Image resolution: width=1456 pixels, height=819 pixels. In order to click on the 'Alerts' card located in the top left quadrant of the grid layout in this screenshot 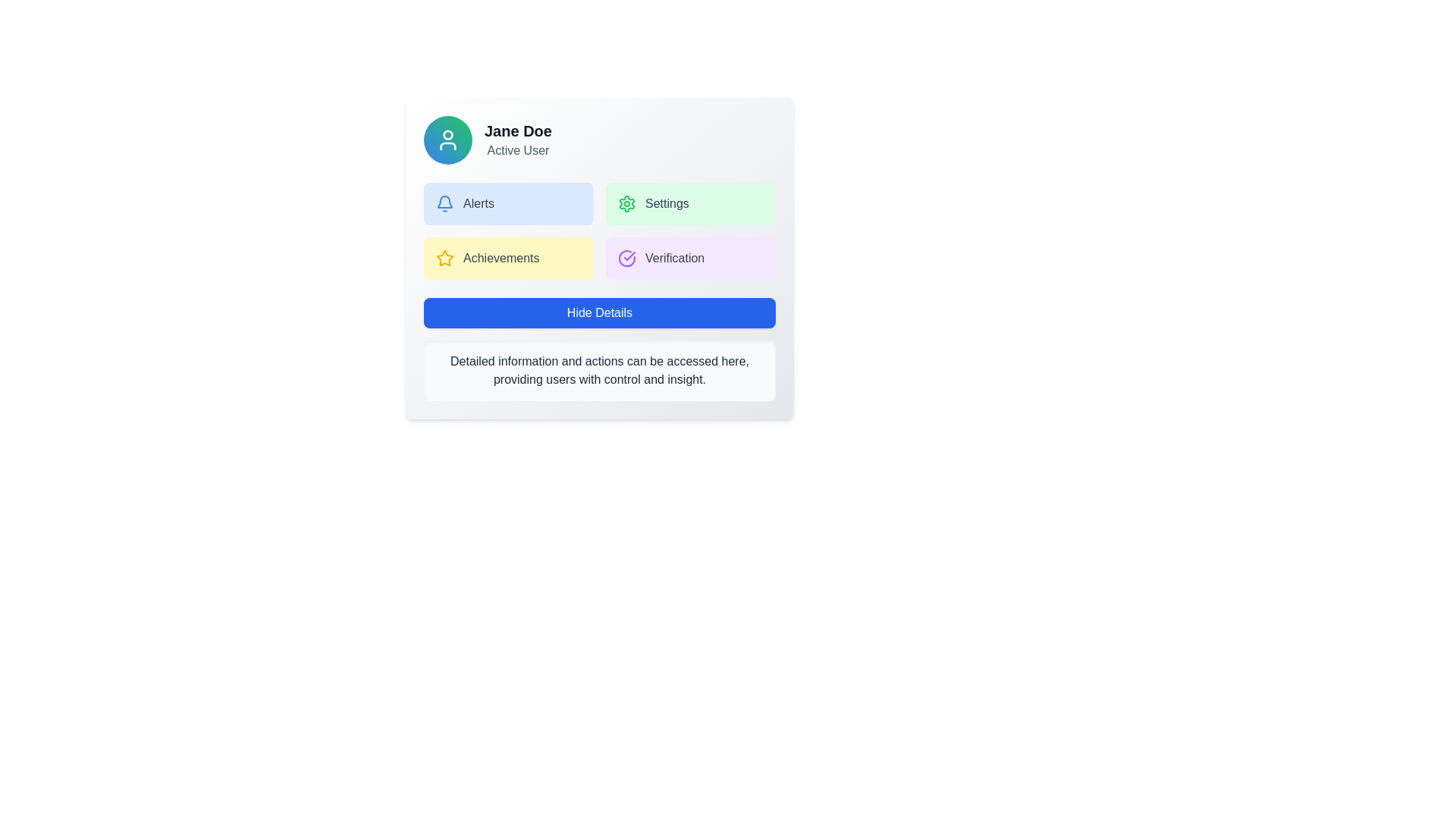, I will do `click(509, 203)`.